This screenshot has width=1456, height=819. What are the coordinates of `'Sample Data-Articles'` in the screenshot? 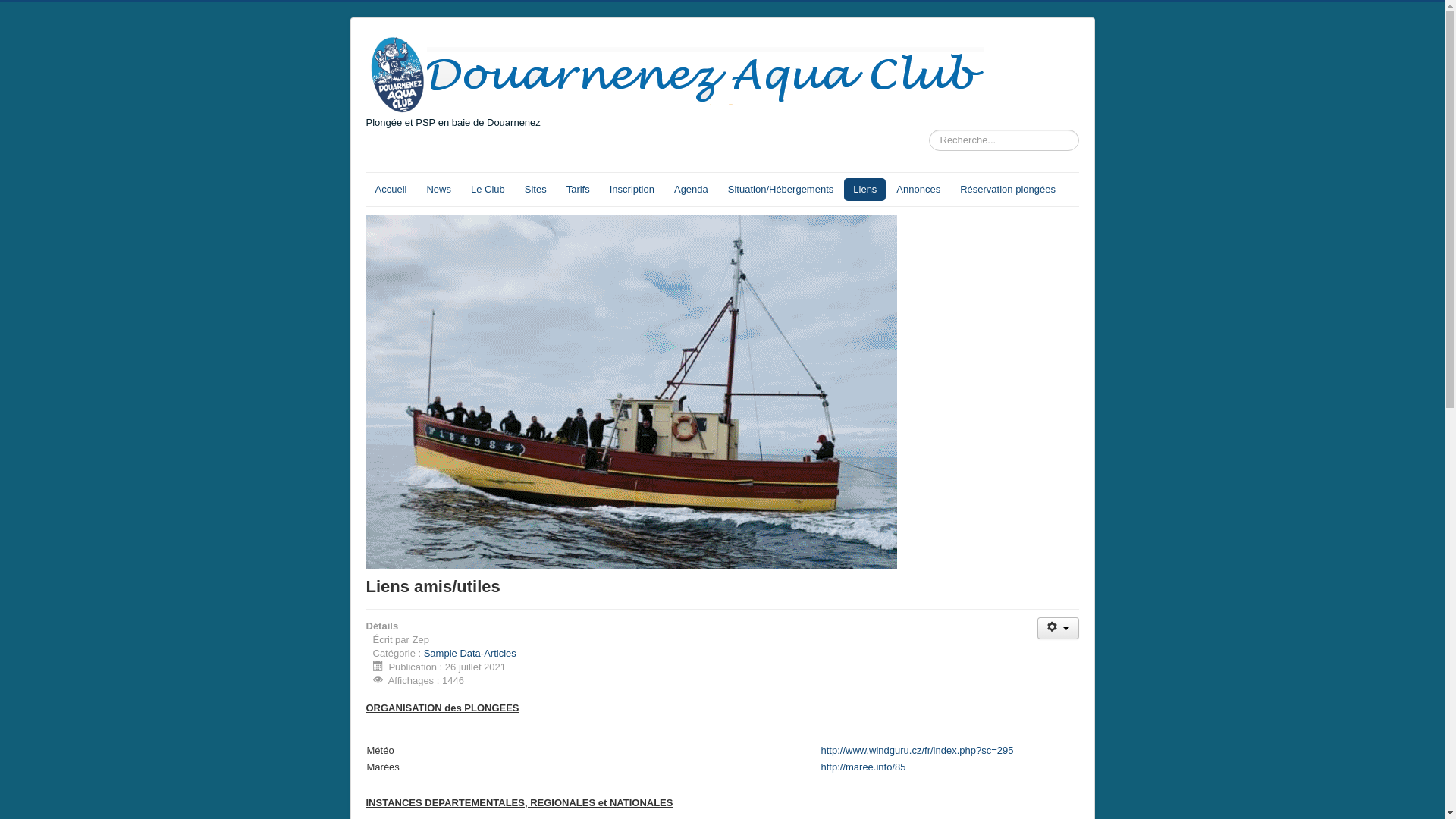 It's located at (423, 652).